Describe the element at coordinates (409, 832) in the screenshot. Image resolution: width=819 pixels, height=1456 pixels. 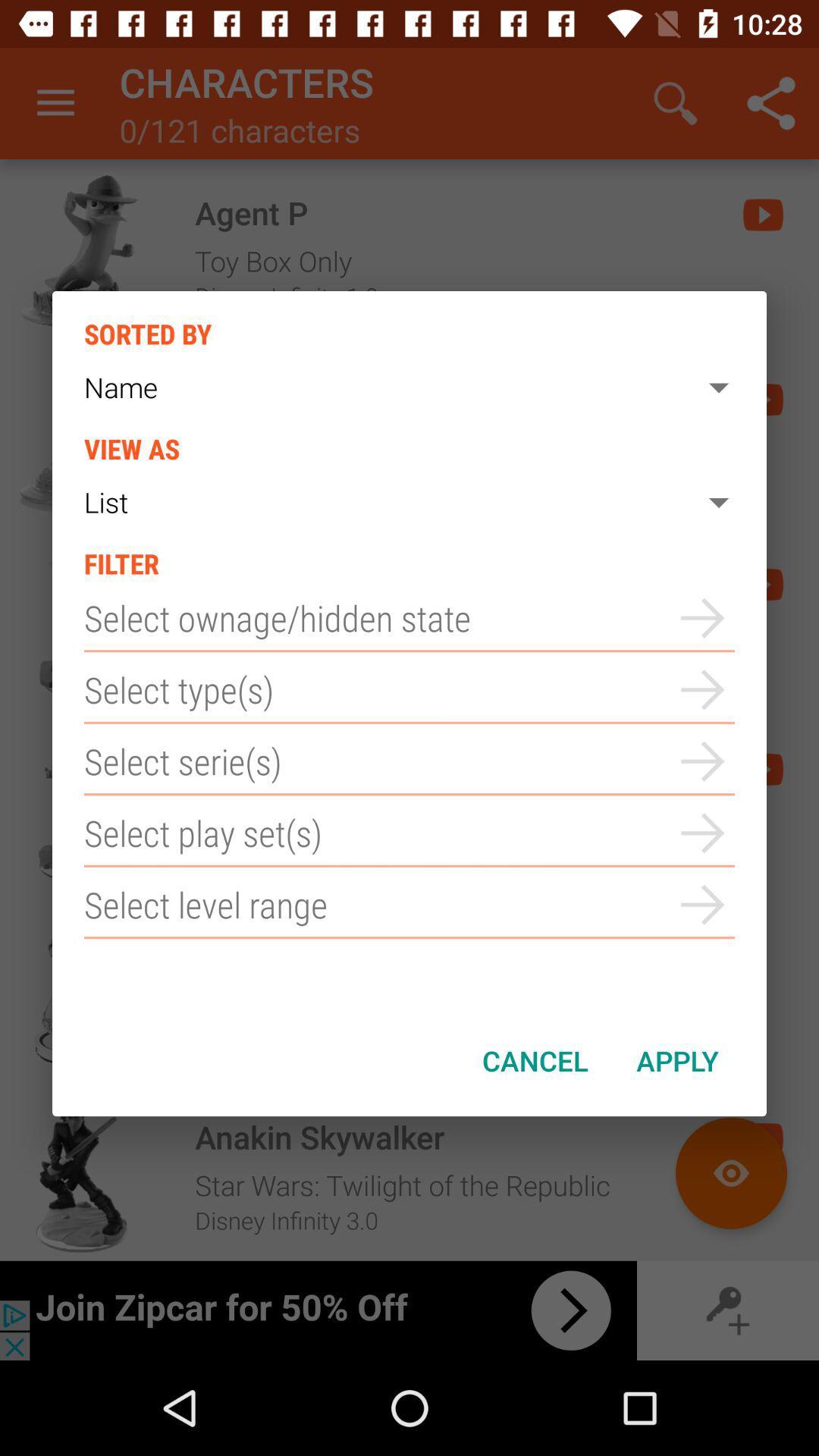
I see `search box` at that location.